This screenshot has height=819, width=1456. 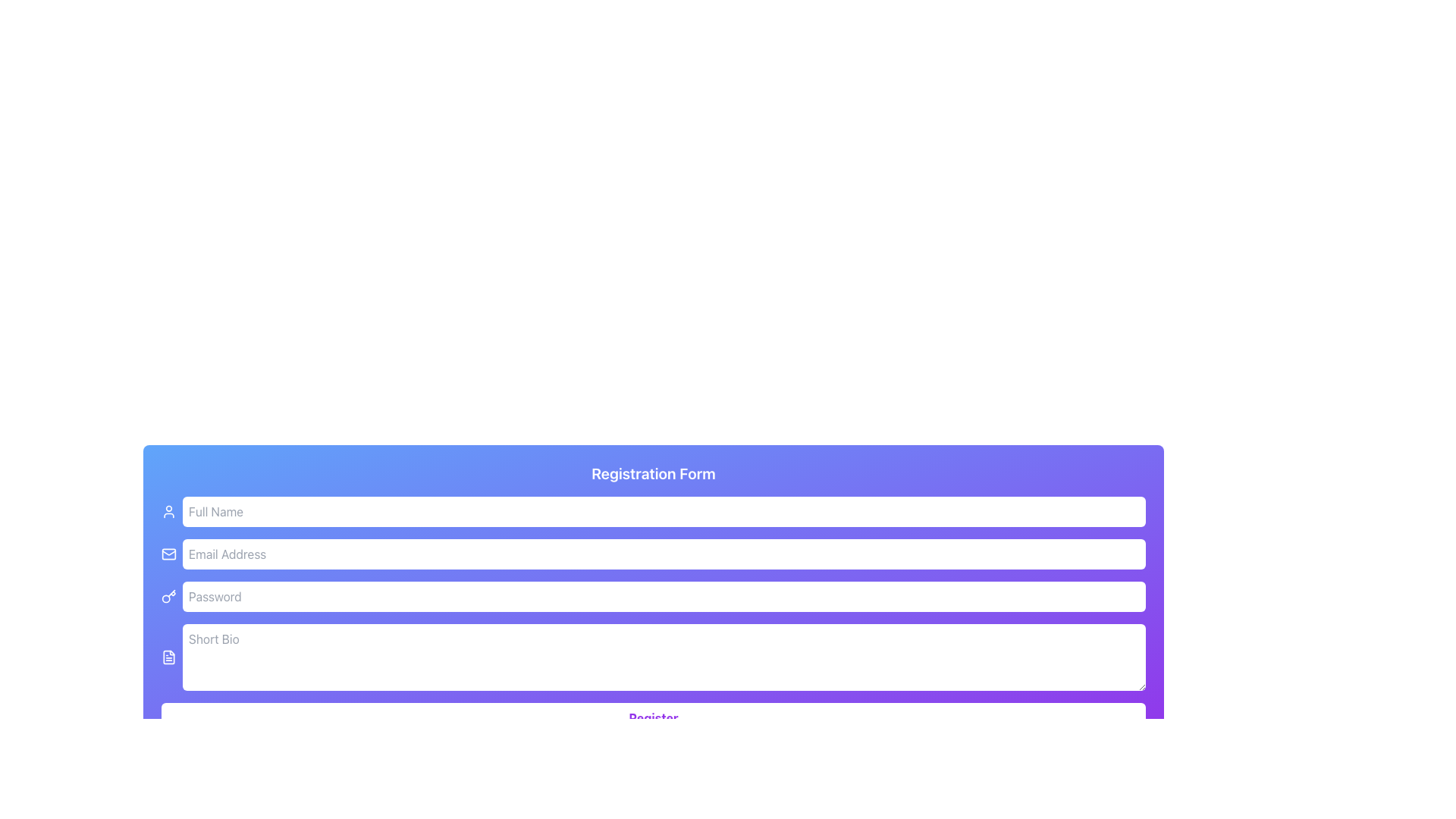 What do you see at coordinates (168, 512) in the screenshot?
I see `the user icon, which is a minimalist human figure styled in white within a small square area, located to the left of the input field with the placeholder 'Full Name'` at bounding box center [168, 512].